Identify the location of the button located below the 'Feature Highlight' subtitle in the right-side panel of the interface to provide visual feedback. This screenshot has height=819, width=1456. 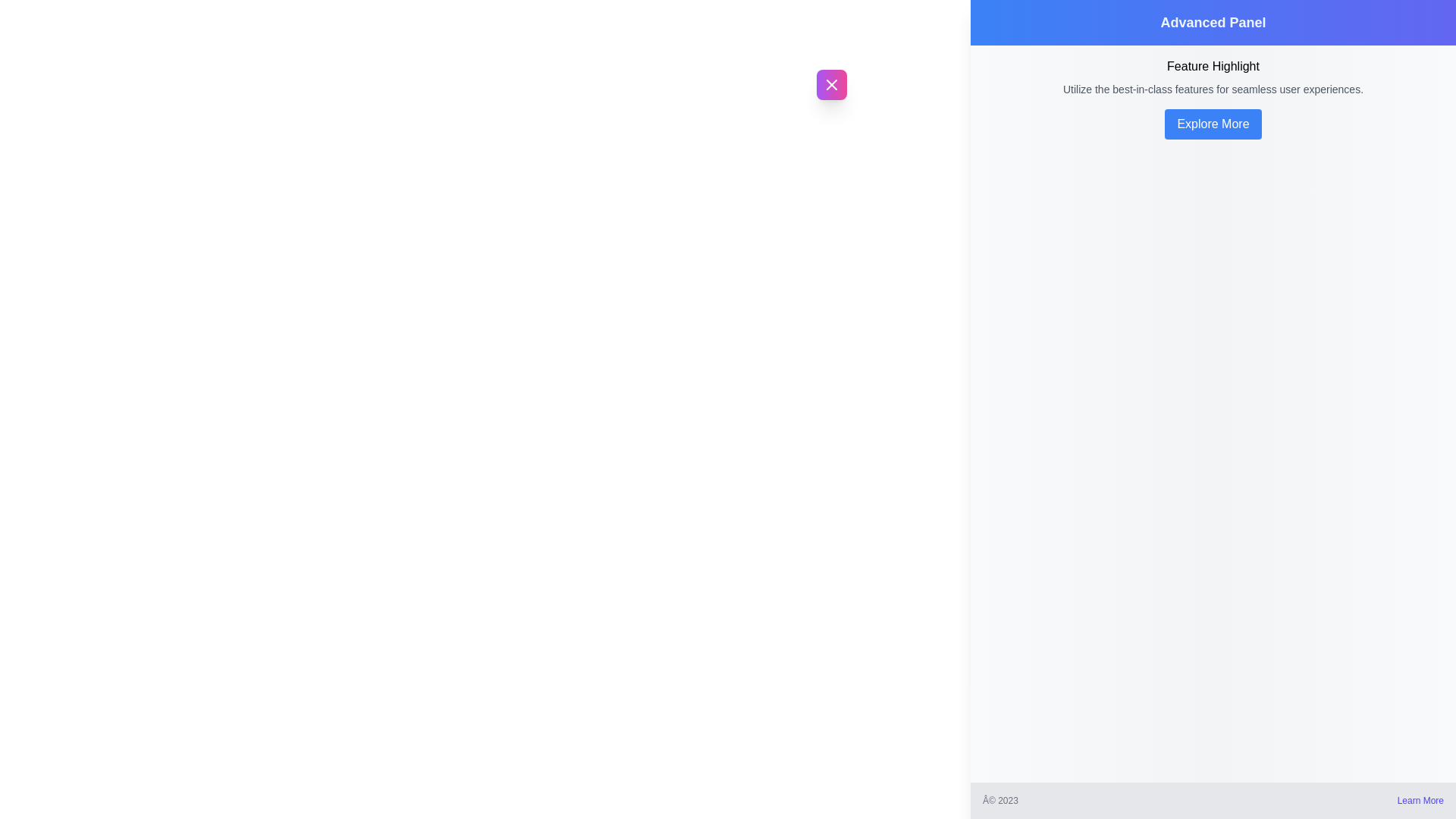
(1212, 124).